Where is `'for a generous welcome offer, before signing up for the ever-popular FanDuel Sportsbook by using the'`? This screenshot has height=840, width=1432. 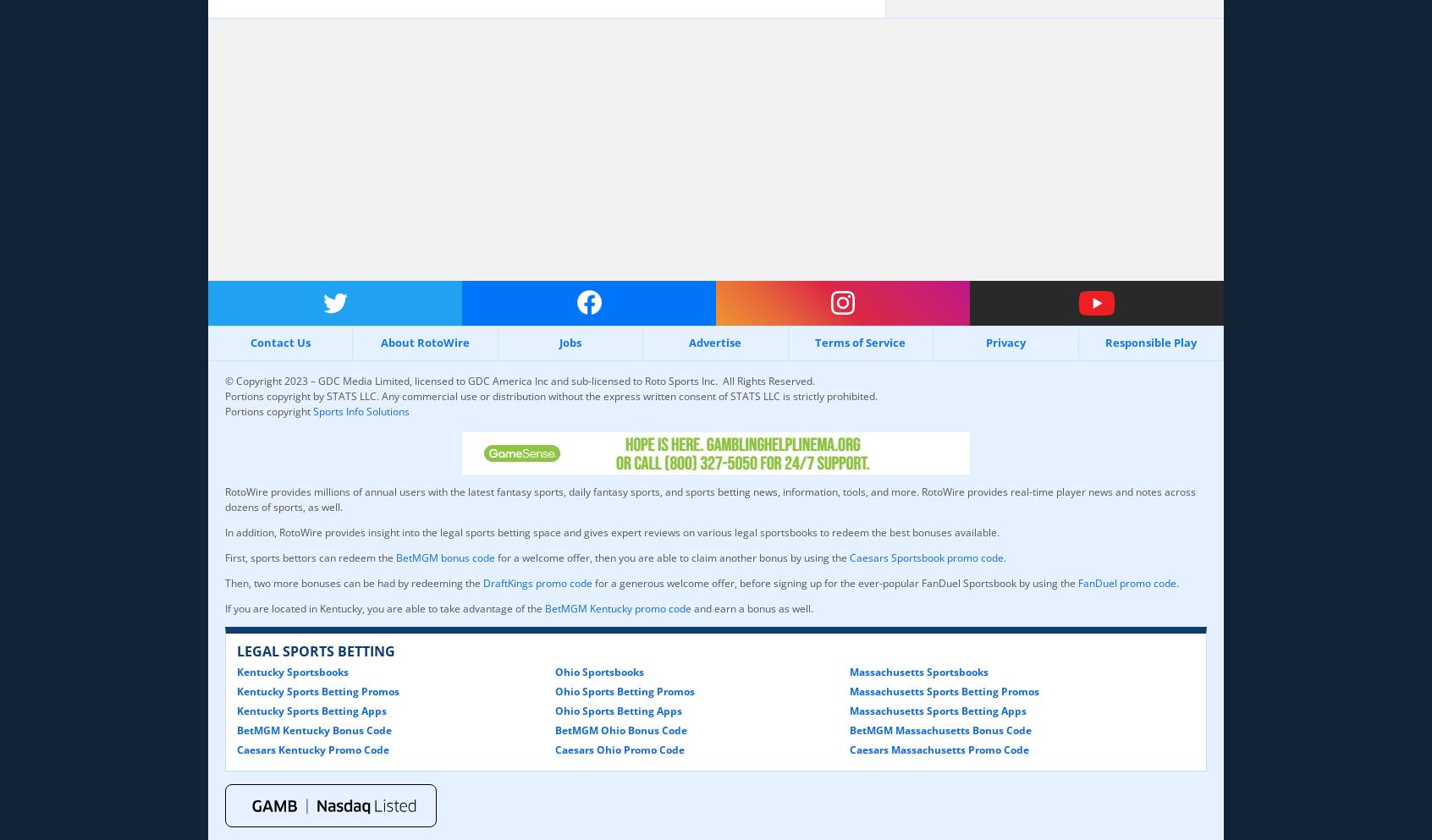 'for a generous welcome offer, before signing up for the ever-popular FanDuel Sportsbook by using the' is located at coordinates (834, 581).